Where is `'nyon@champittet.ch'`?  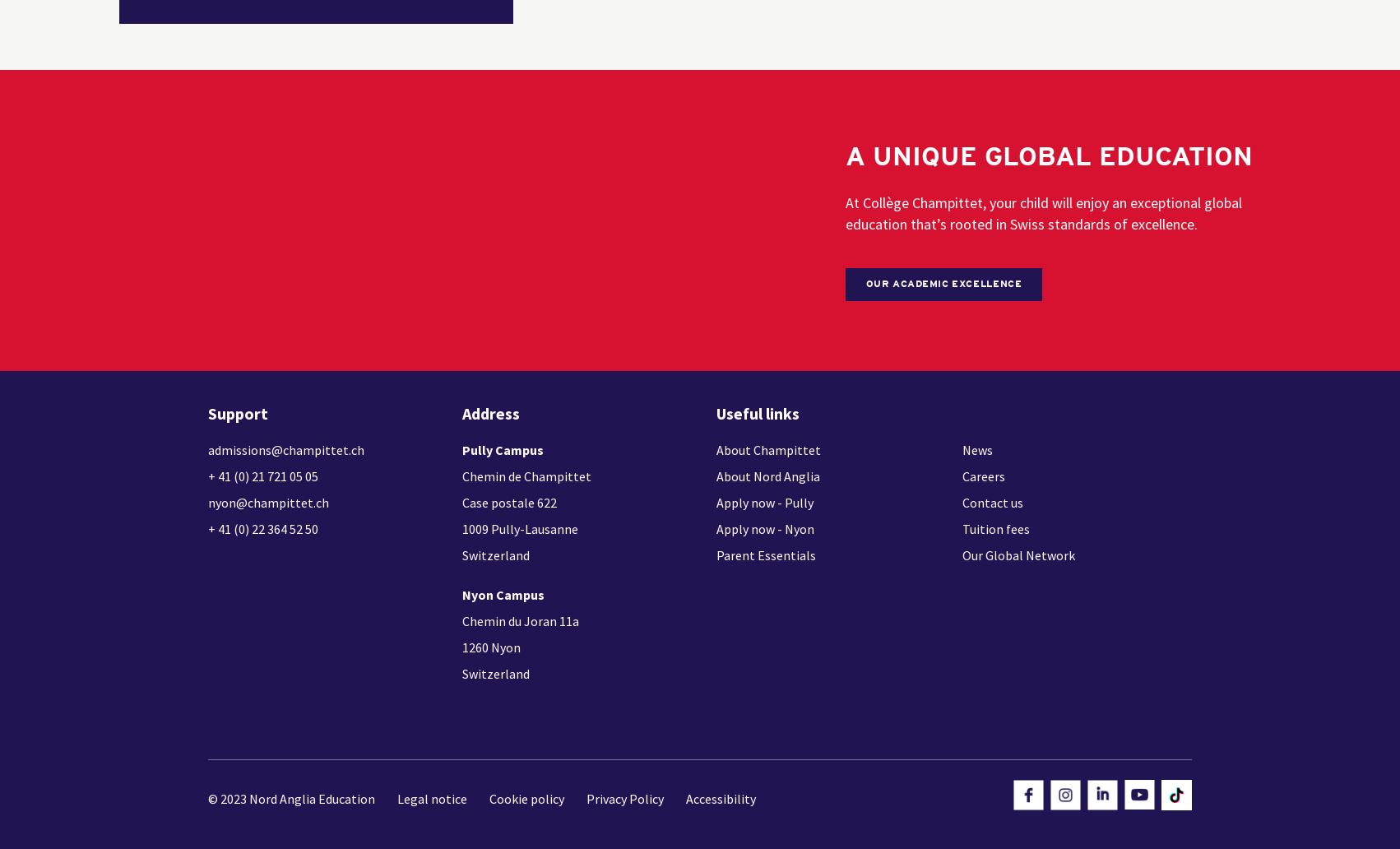 'nyon@champittet.ch' is located at coordinates (268, 503).